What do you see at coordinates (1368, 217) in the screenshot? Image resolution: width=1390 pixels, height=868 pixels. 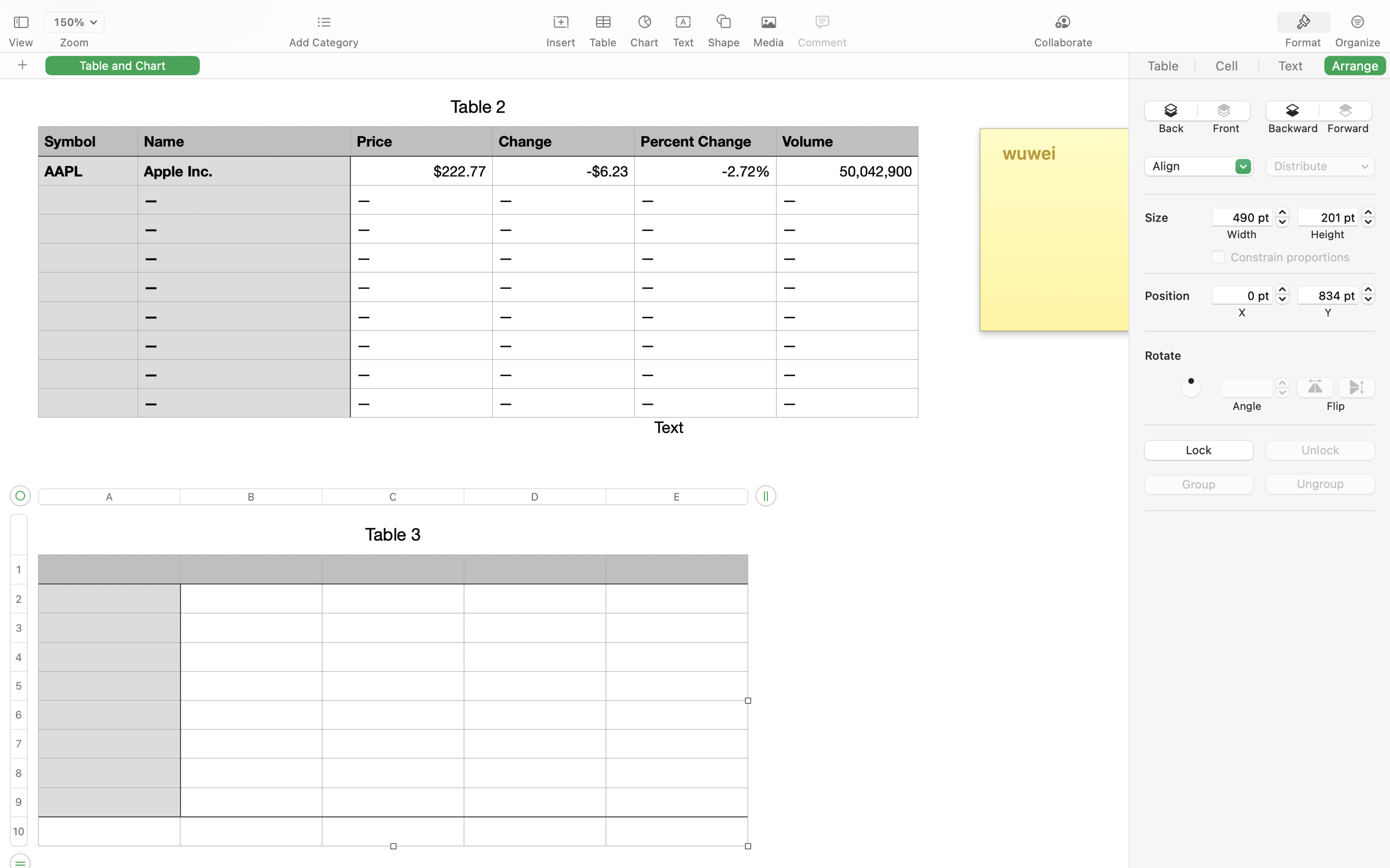 I see `'201.47987055778503'` at bounding box center [1368, 217].